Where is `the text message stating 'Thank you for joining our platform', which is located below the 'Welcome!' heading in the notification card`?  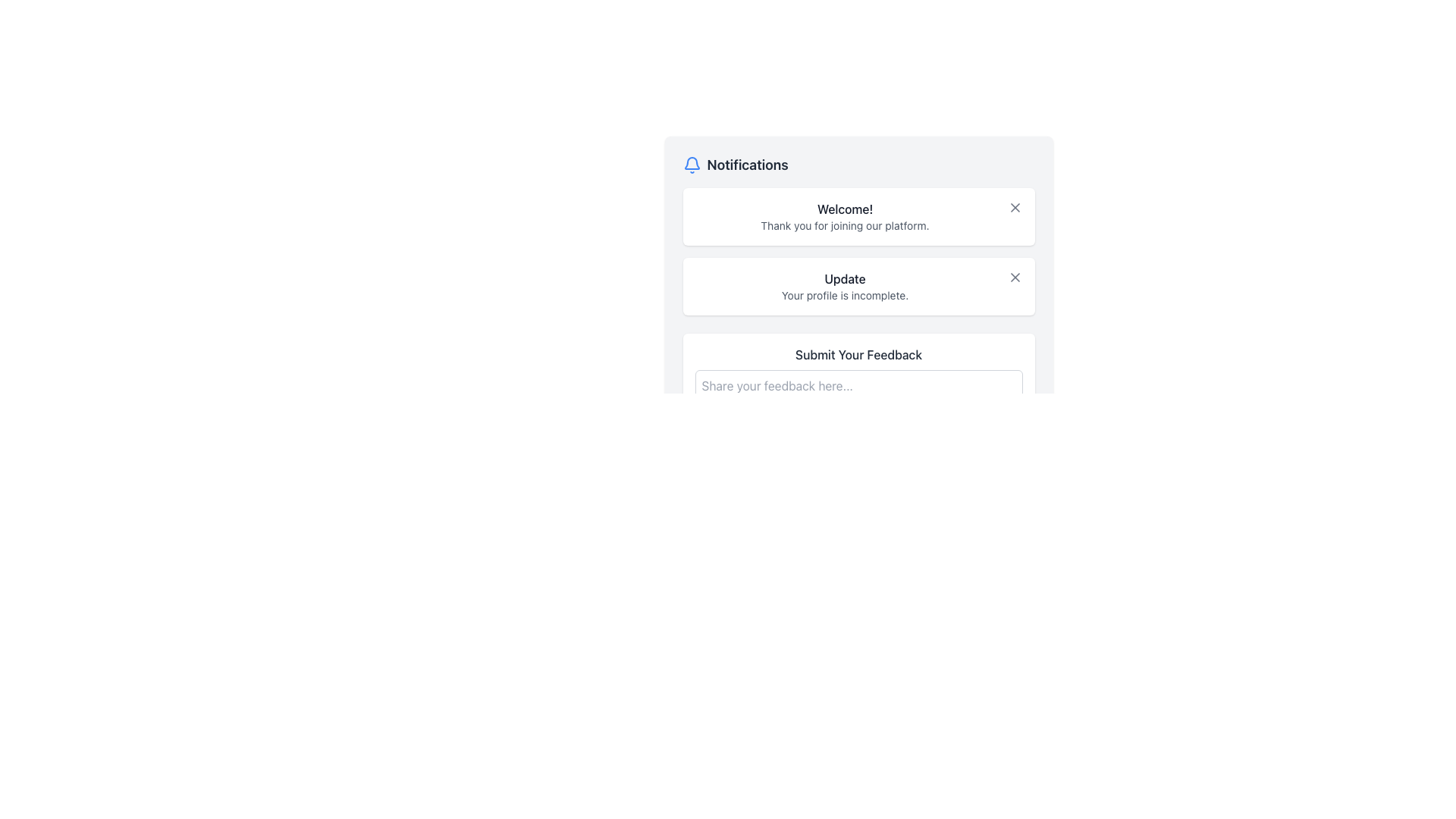 the text message stating 'Thank you for joining our platform', which is located below the 'Welcome!' heading in the notification card is located at coordinates (844, 225).